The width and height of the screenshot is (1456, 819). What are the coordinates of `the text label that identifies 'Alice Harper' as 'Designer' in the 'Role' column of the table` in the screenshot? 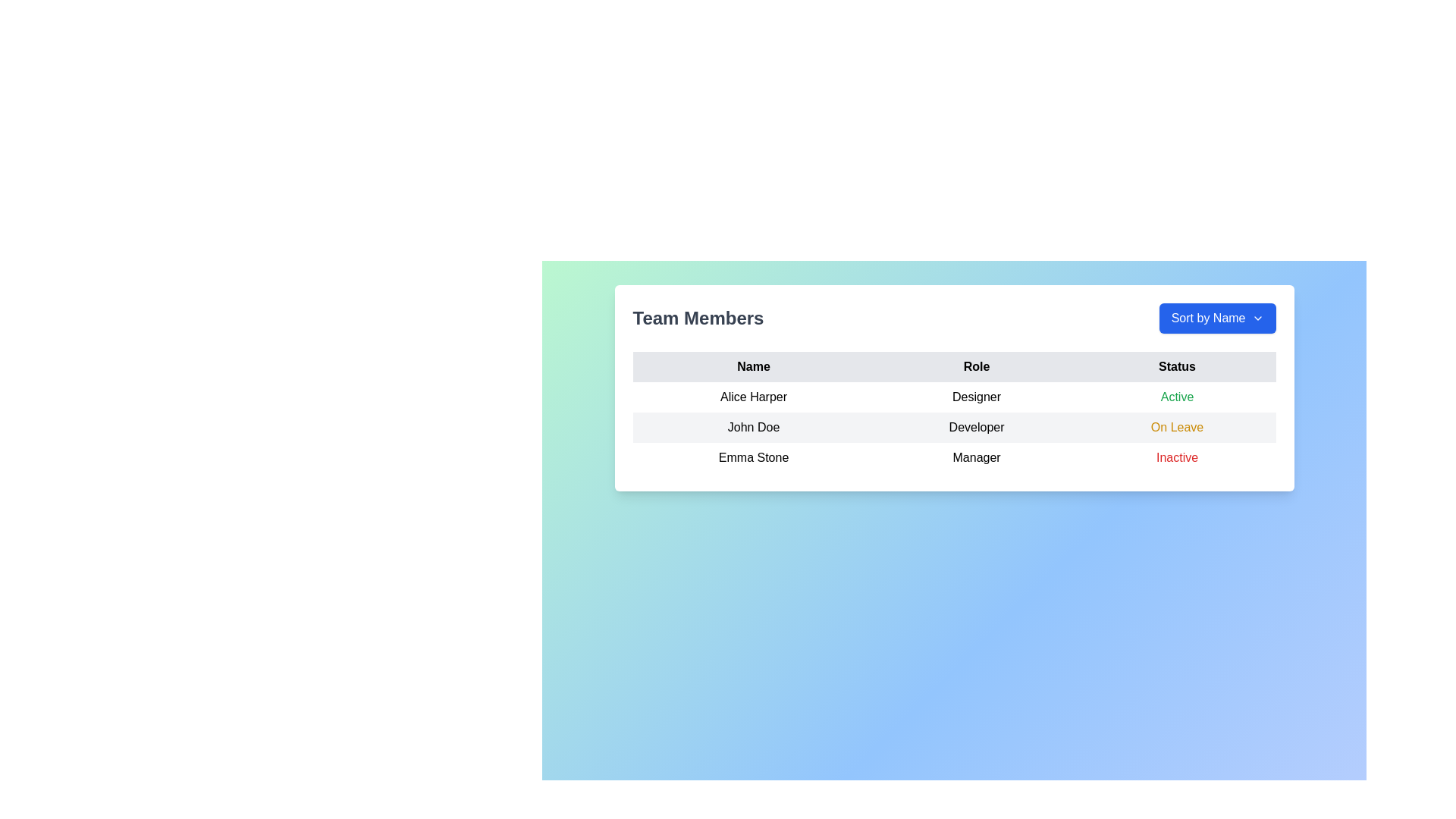 It's located at (977, 397).